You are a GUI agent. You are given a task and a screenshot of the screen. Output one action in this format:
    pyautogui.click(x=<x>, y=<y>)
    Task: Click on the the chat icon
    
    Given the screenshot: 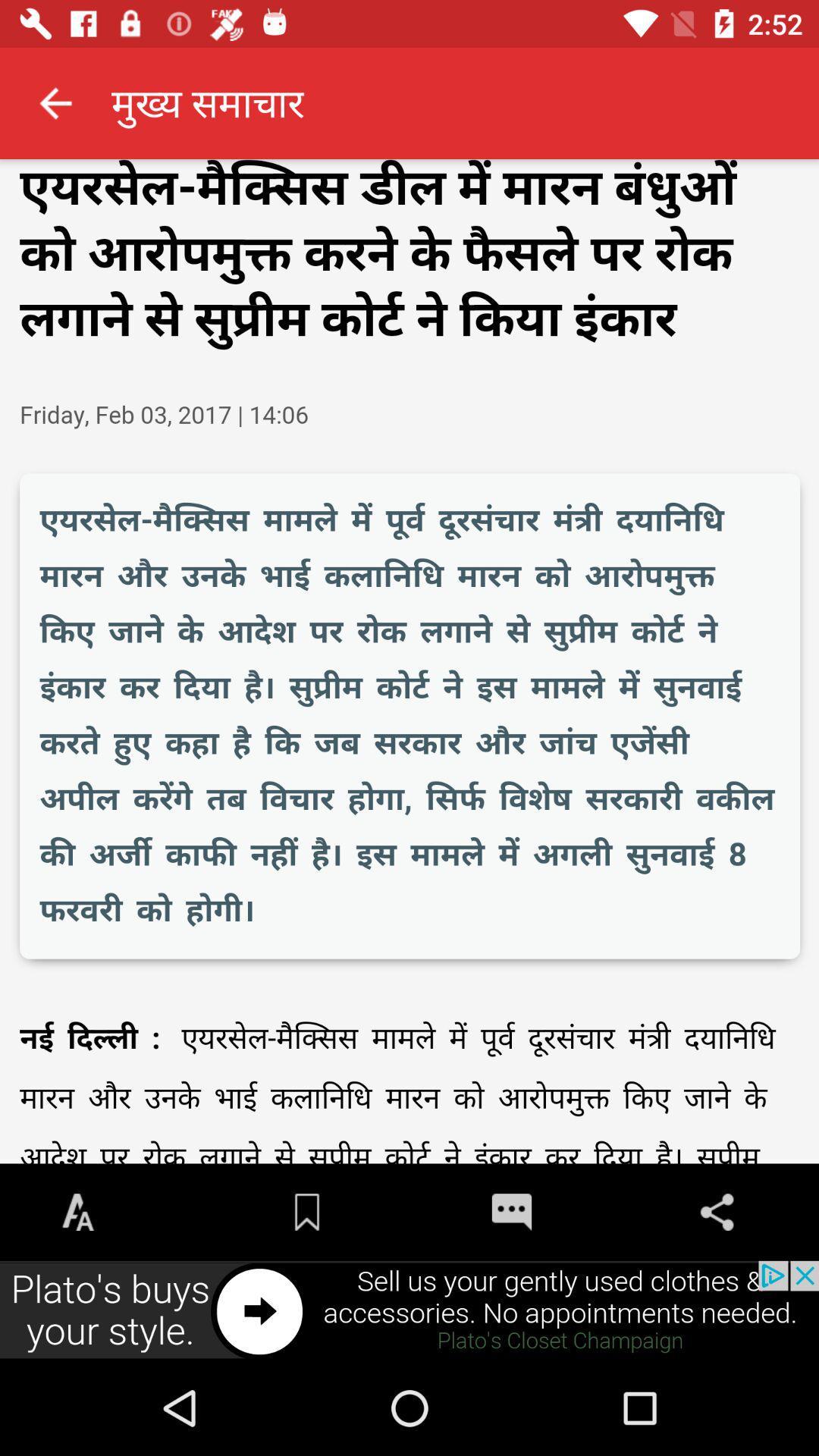 What is the action you would take?
    pyautogui.click(x=512, y=1211)
    